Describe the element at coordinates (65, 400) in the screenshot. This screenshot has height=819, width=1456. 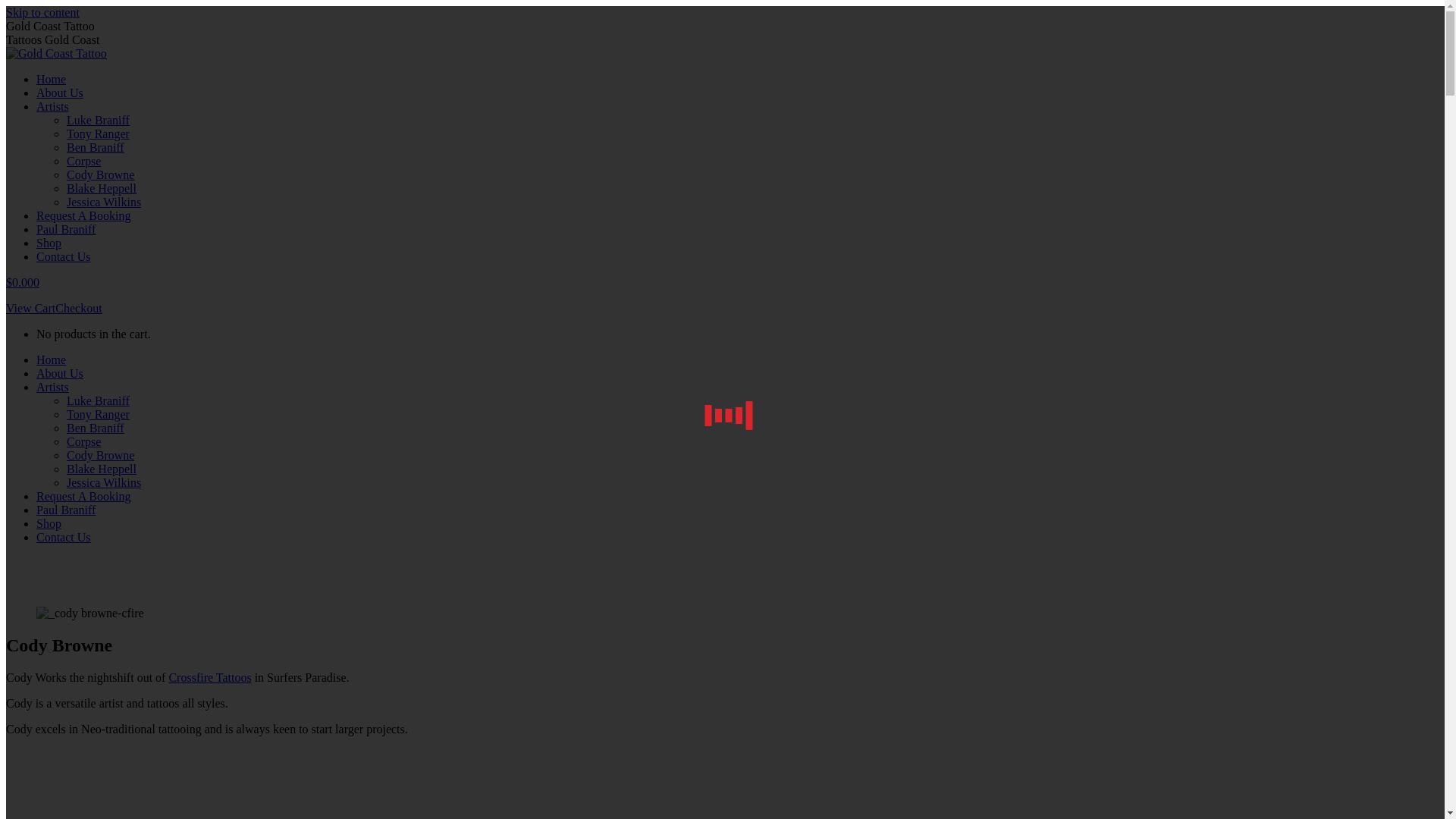
I see `'Luke Braniff'` at that location.